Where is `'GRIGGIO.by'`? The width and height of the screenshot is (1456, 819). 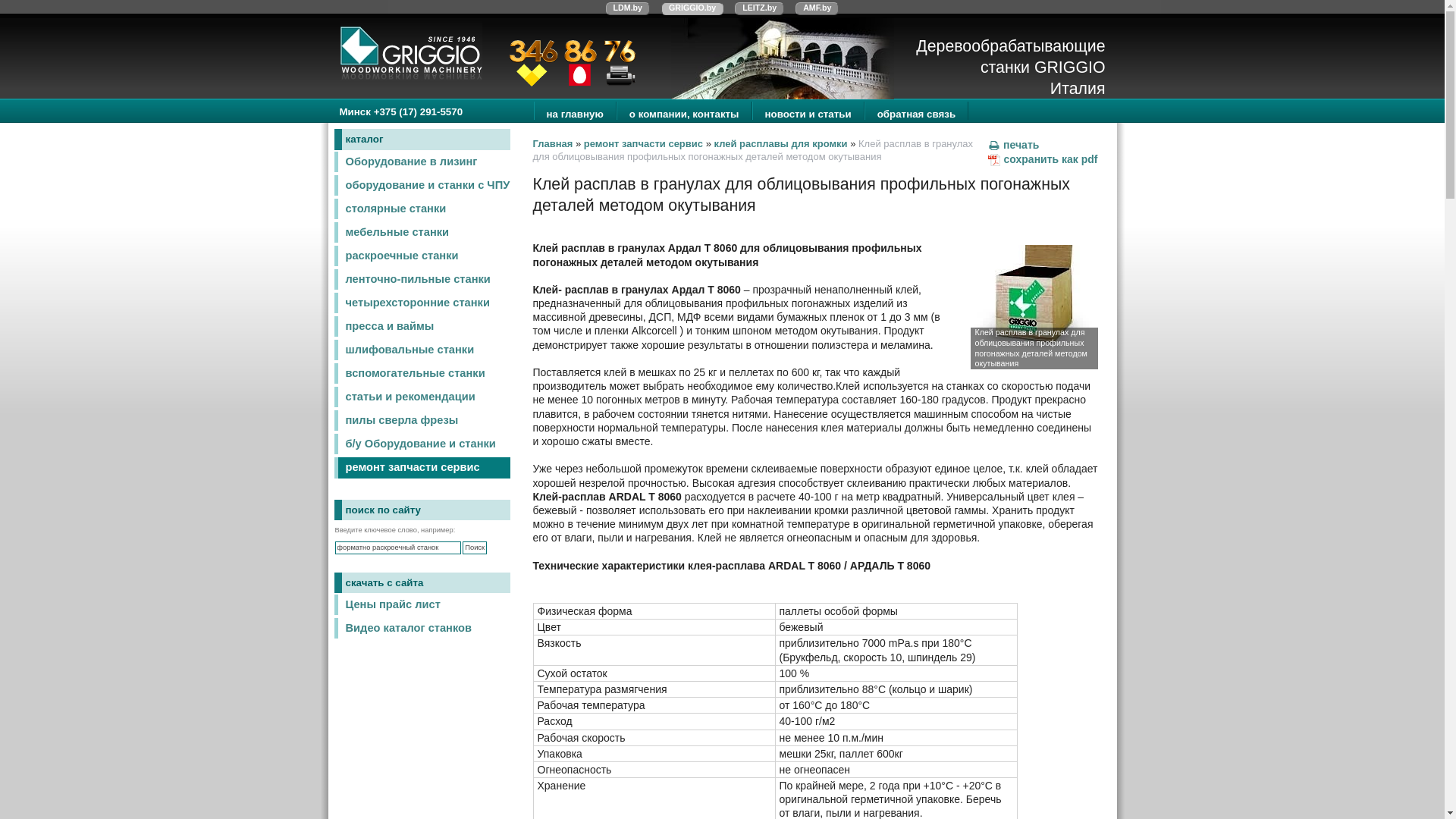
'GRIGGIO.by' is located at coordinates (691, 8).